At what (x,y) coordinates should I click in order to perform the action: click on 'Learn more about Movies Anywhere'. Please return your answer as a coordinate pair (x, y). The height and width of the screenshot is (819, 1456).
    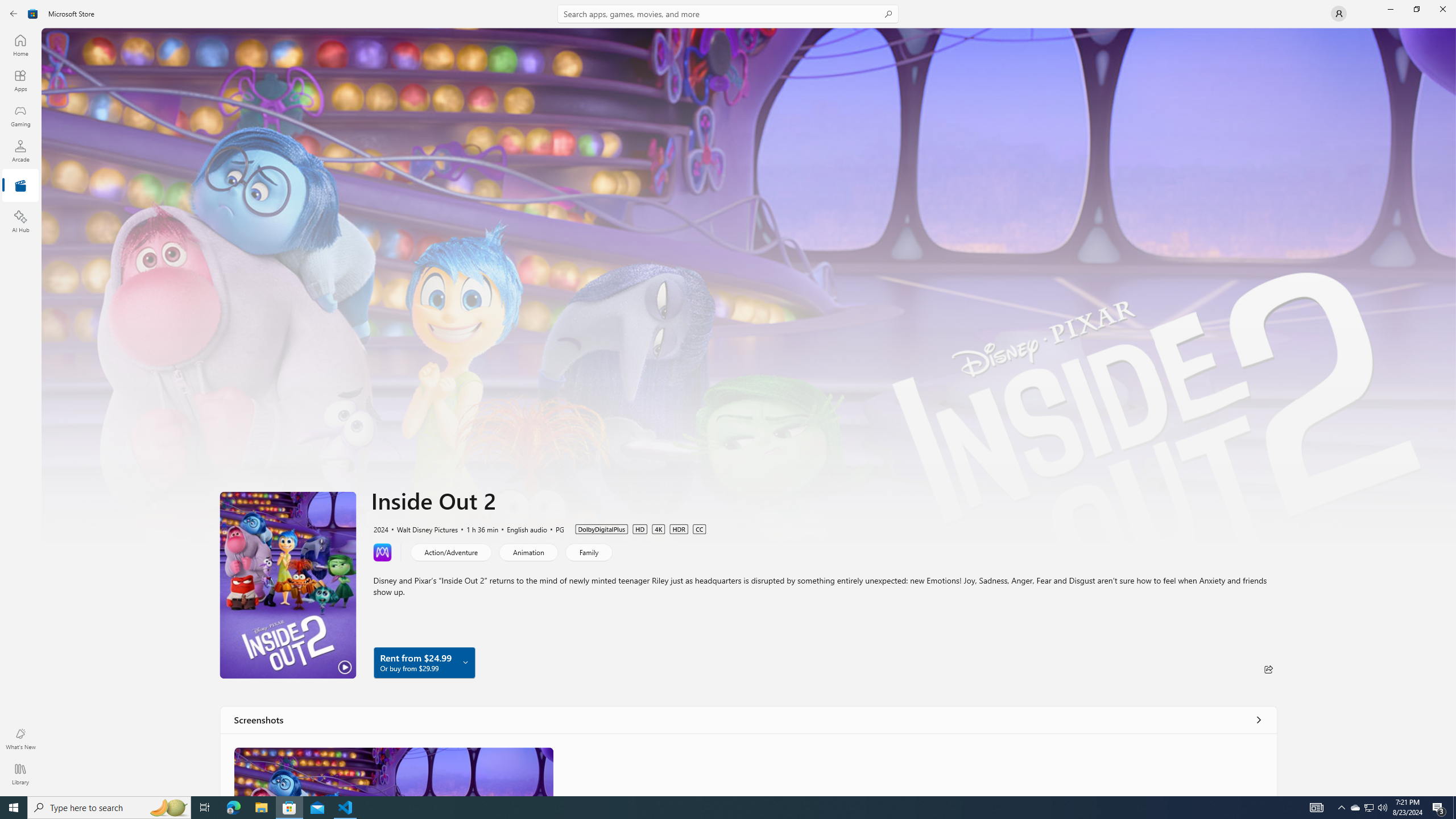
    Looking at the image, I should click on (382, 551).